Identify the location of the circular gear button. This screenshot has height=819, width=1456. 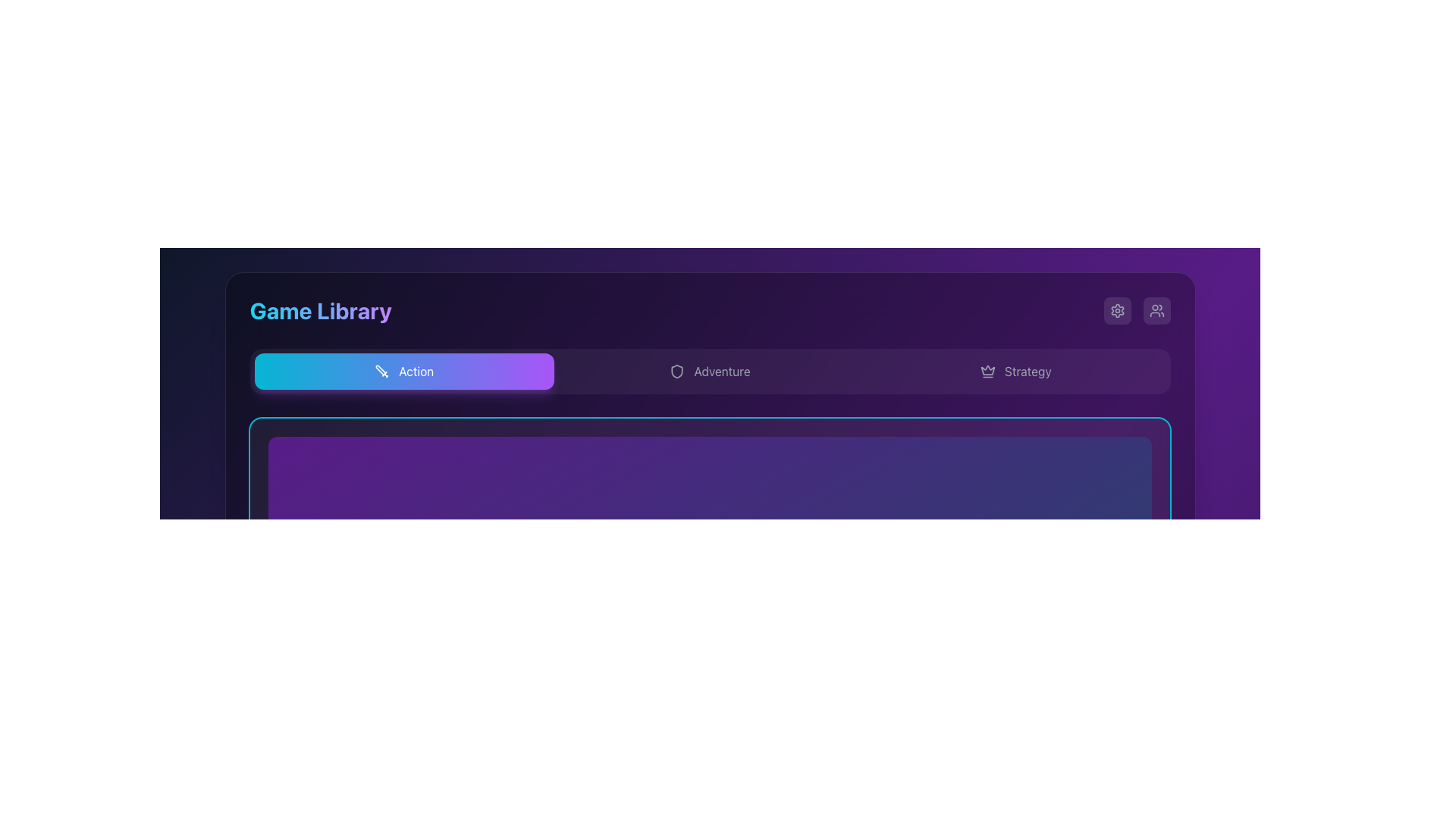
(1117, 309).